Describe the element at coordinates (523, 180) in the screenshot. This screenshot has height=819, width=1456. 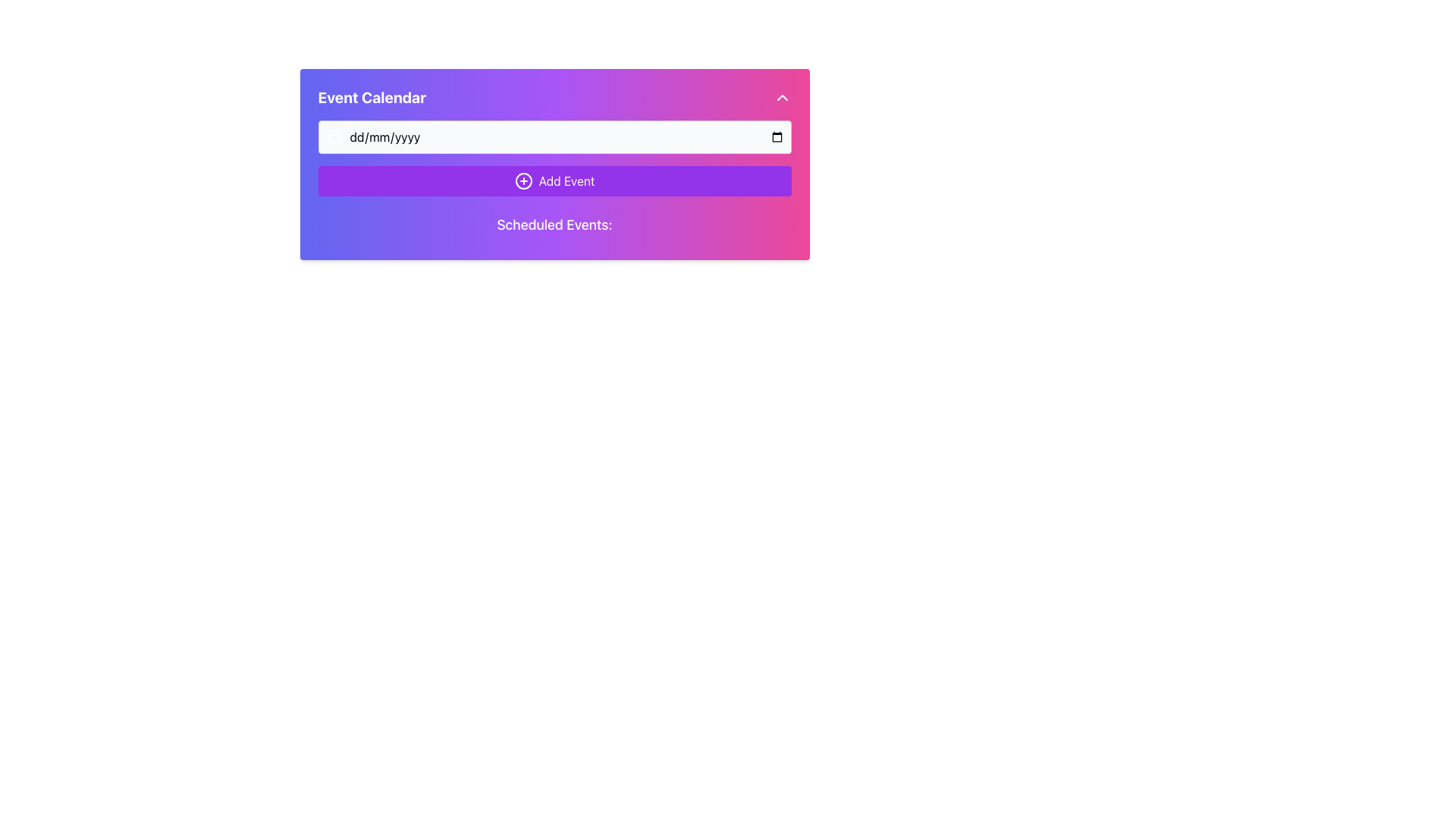
I see `the SVG icon representing the 'Add Event' button, located to the left of the text 'Add Event'` at that location.